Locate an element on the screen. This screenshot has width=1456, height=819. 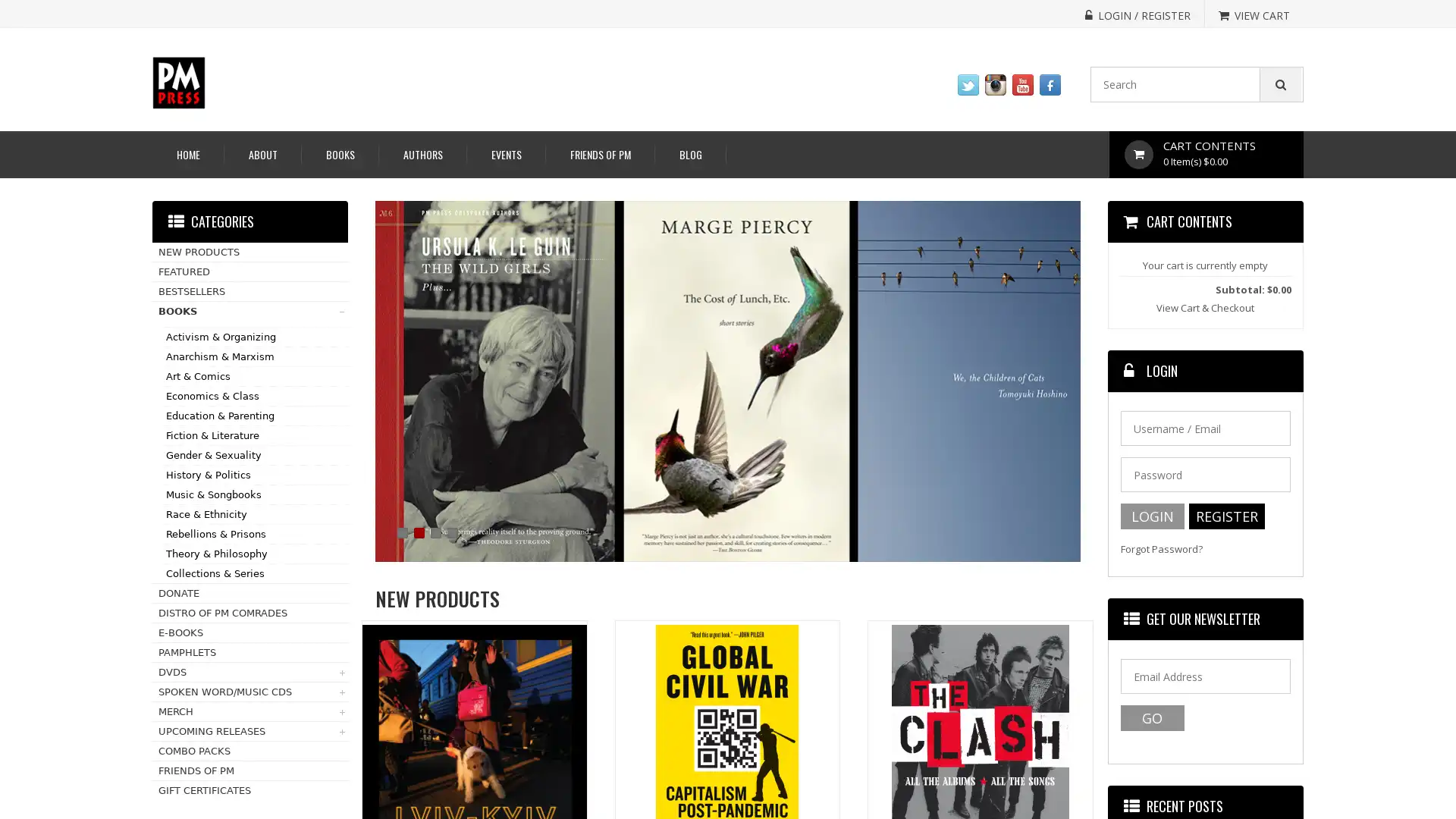
Go is located at coordinates (1151, 717).